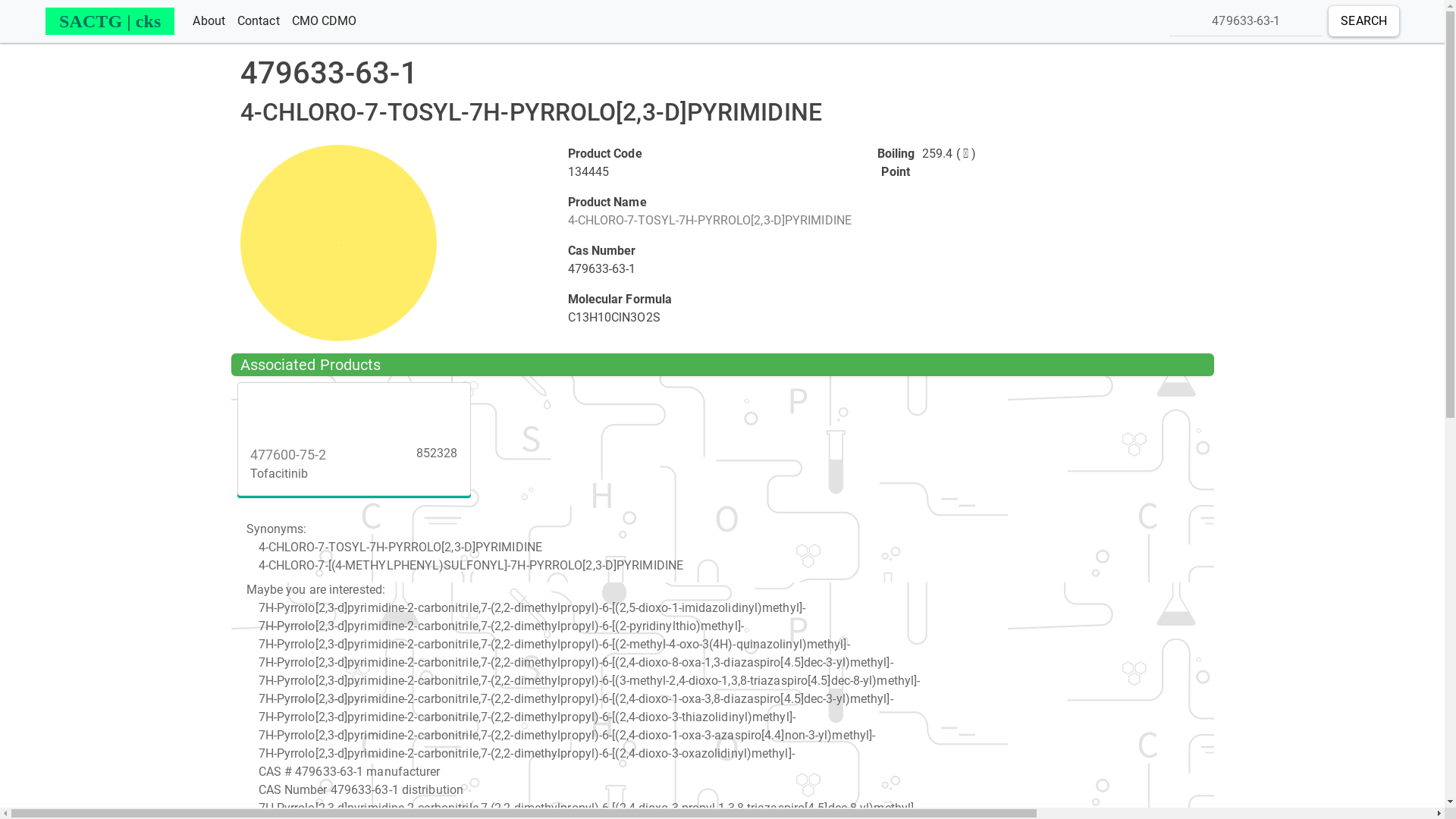 Image resolution: width=1456 pixels, height=819 pixels. I want to click on 'SACTG | cks', so click(108, 20).